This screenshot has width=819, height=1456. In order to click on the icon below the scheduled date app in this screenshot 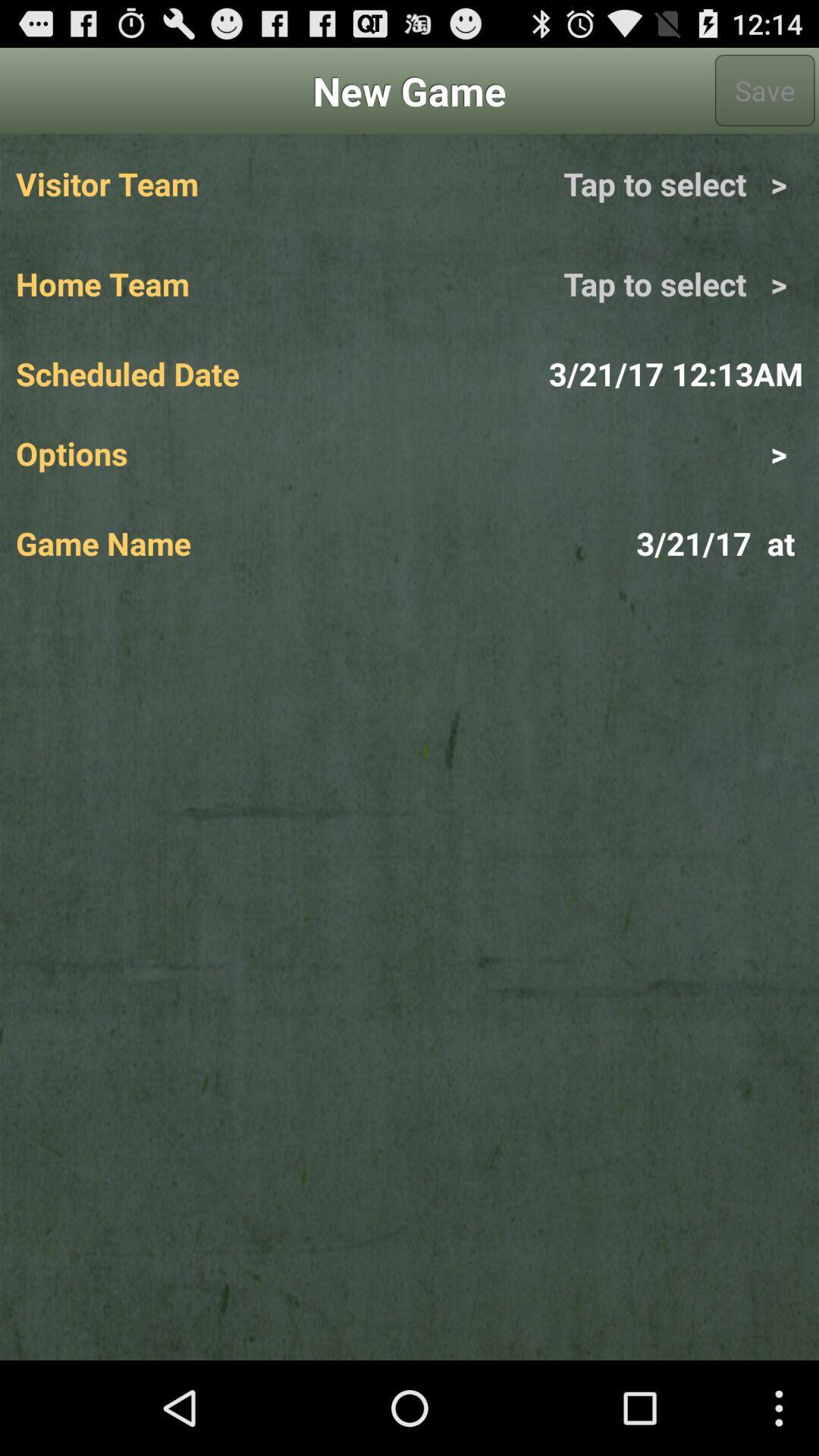, I will do `click(605, 452)`.